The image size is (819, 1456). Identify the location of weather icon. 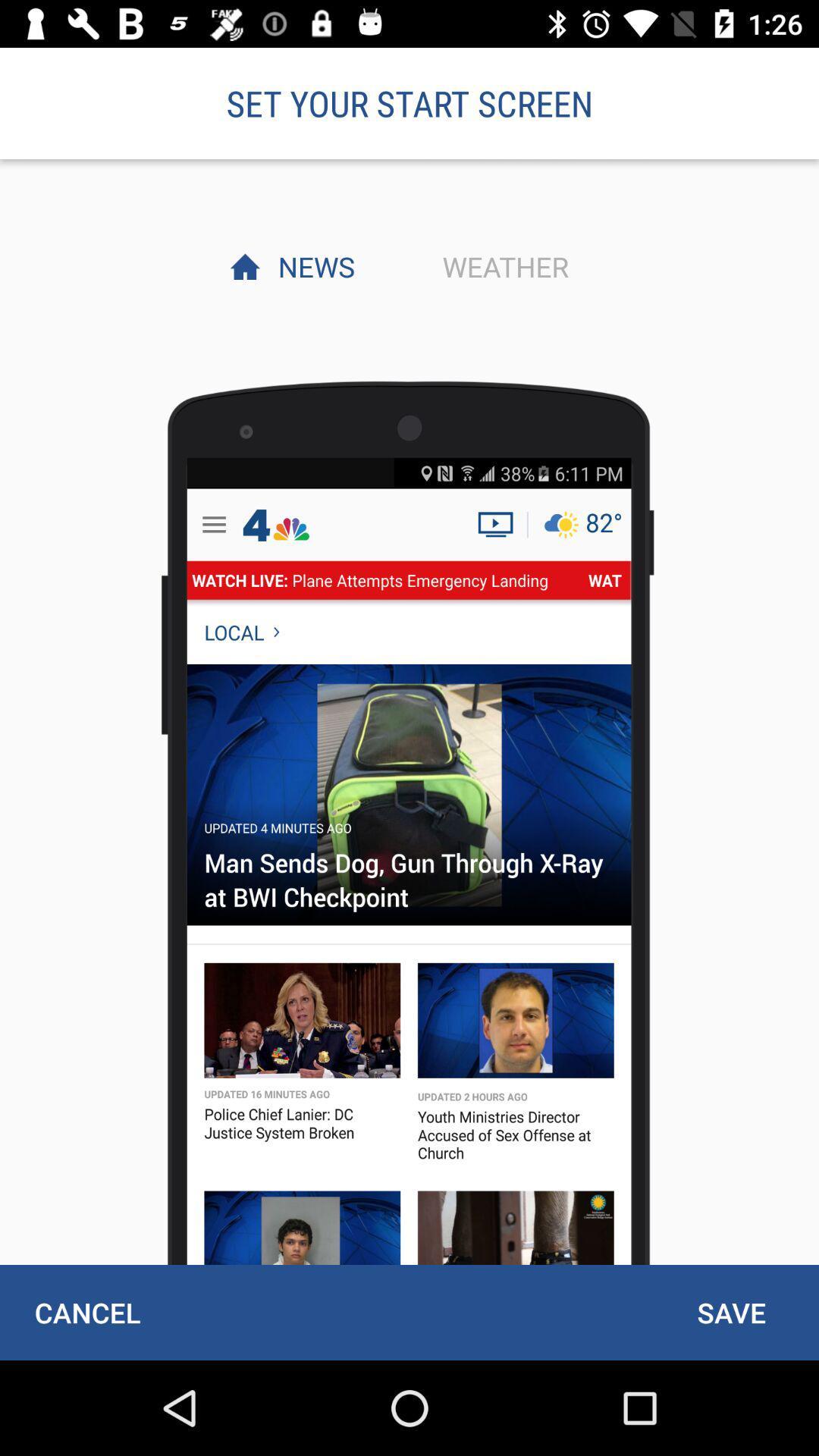
(501, 266).